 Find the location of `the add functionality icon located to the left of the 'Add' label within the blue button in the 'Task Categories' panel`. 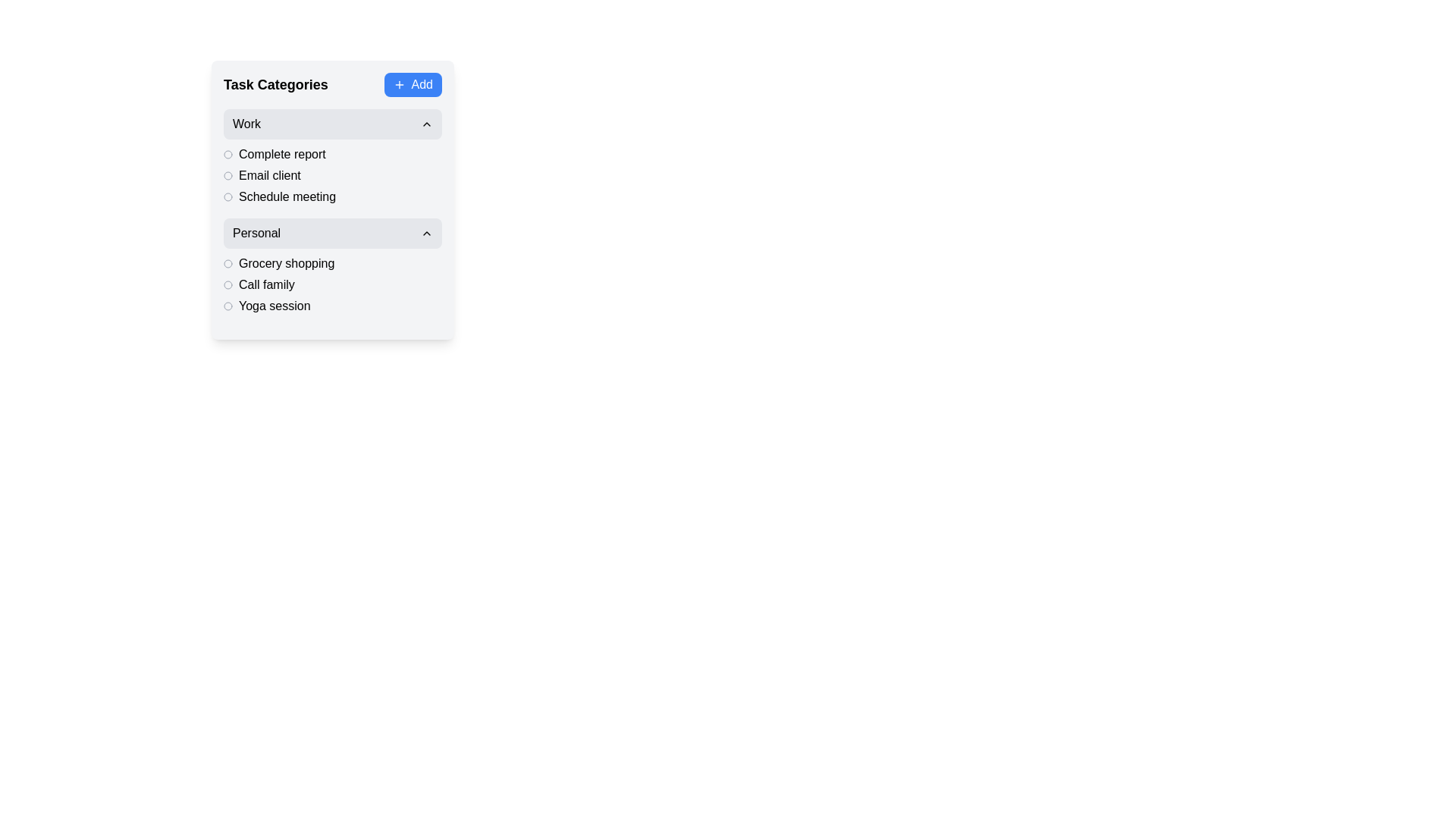

the add functionality icon located to the left of the 'Add' label within the blue button in the 'Task Categories' panel is located at coordinates (399, 84).